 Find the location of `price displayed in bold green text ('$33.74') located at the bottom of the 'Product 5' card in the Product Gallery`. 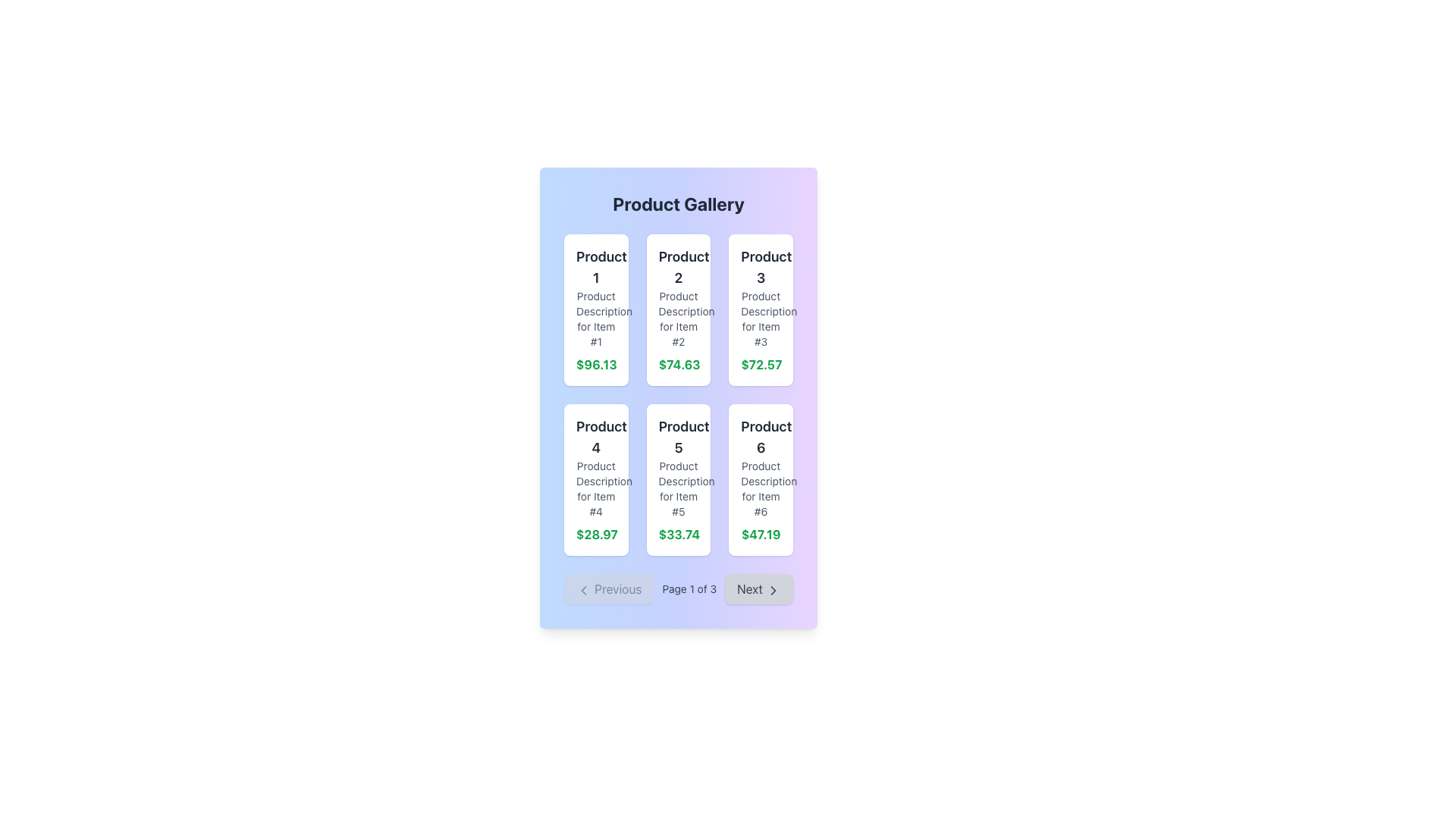

price displayed in bold green text ('$33.74') located at the bottom of the 'Product 5' card in the Product Gallery is located at coordinates (677, 534).